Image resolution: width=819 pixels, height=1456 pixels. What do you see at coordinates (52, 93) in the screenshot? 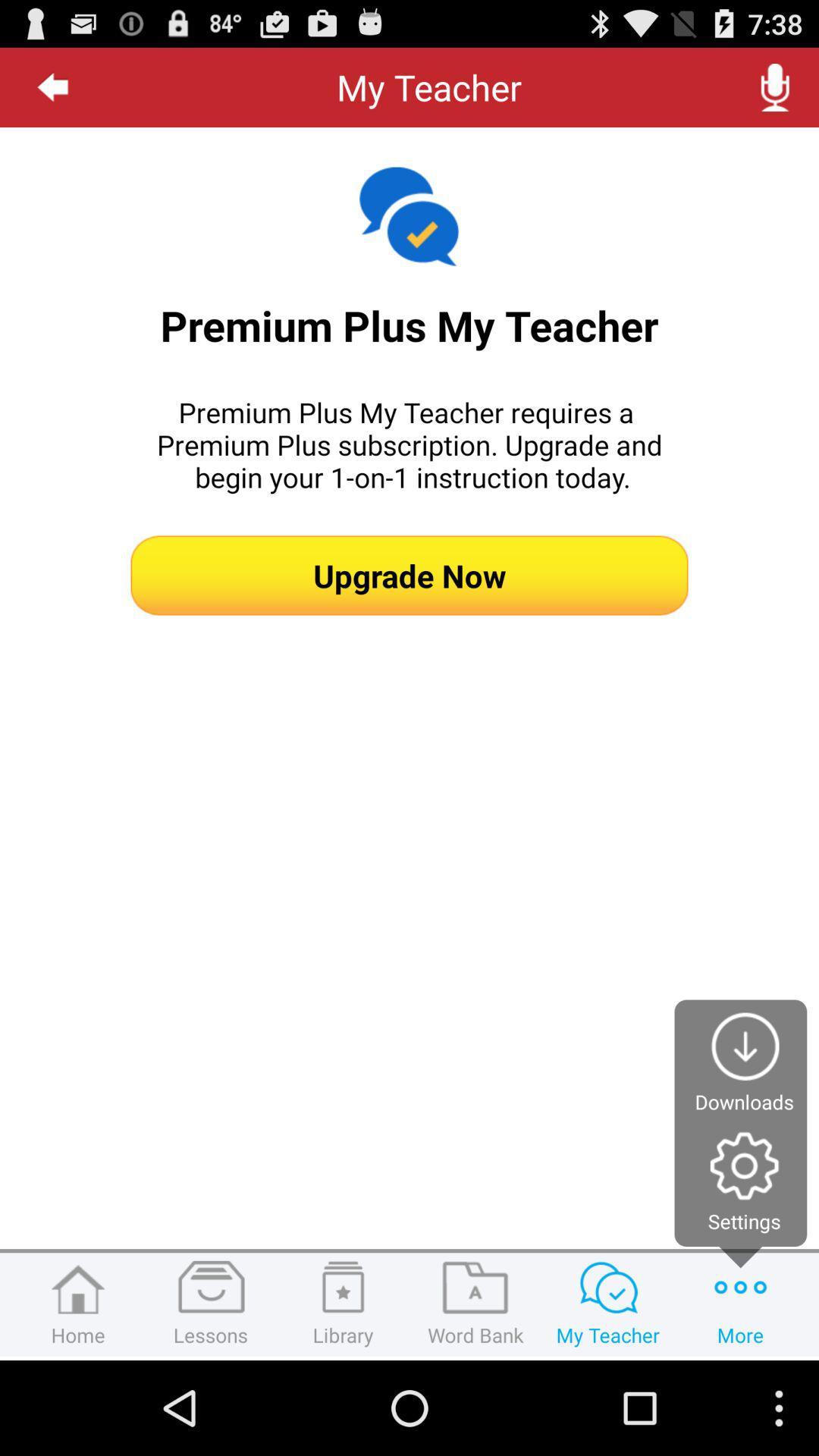
I see `the arrow_backward icon` at bounding box center [52, 93].